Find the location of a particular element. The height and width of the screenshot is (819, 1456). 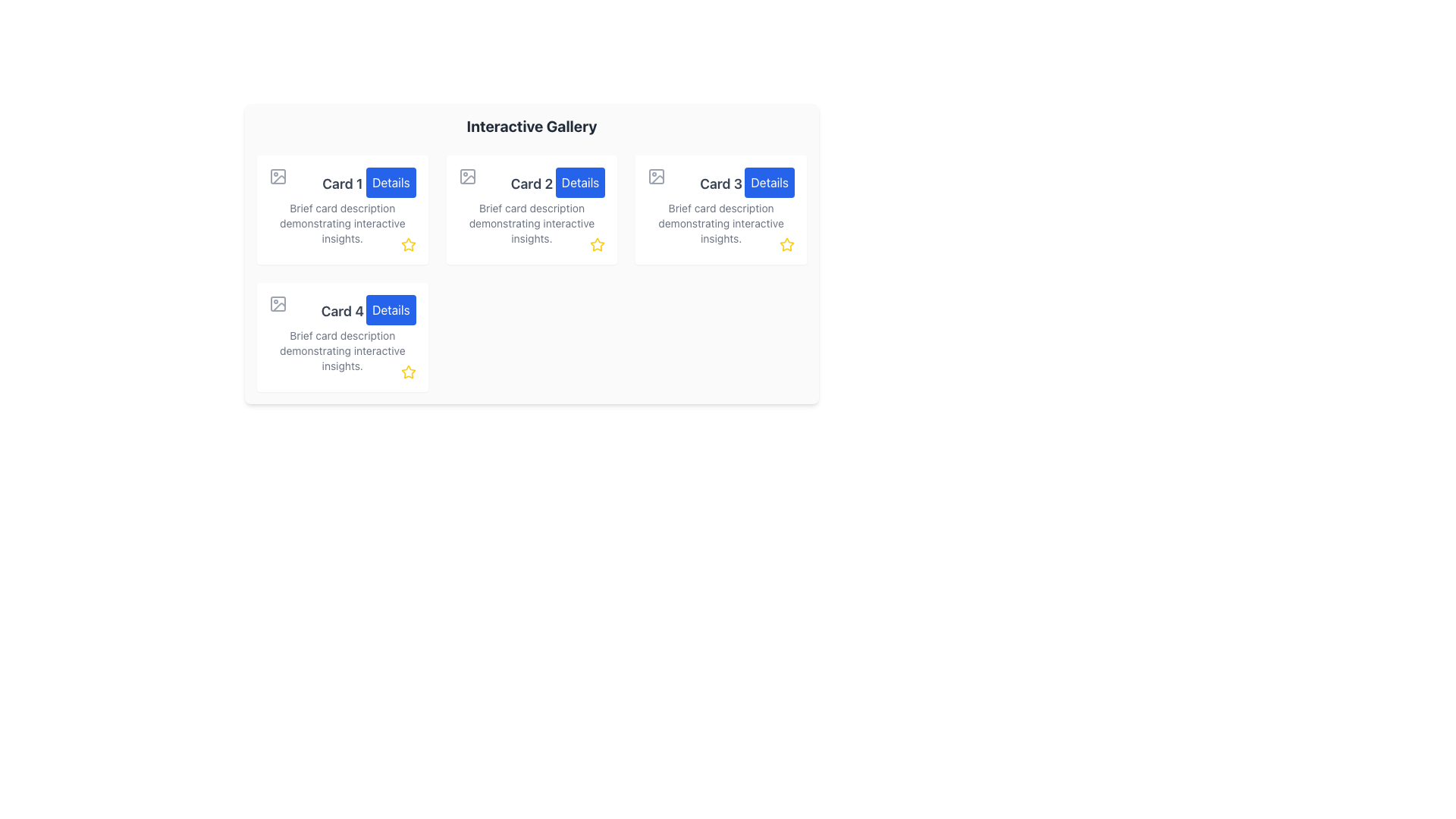

icon placeholder resembling a stylized photo frame located at the top-left corner of 'Card 1' for its attributes is located at coordinates (278, 175).